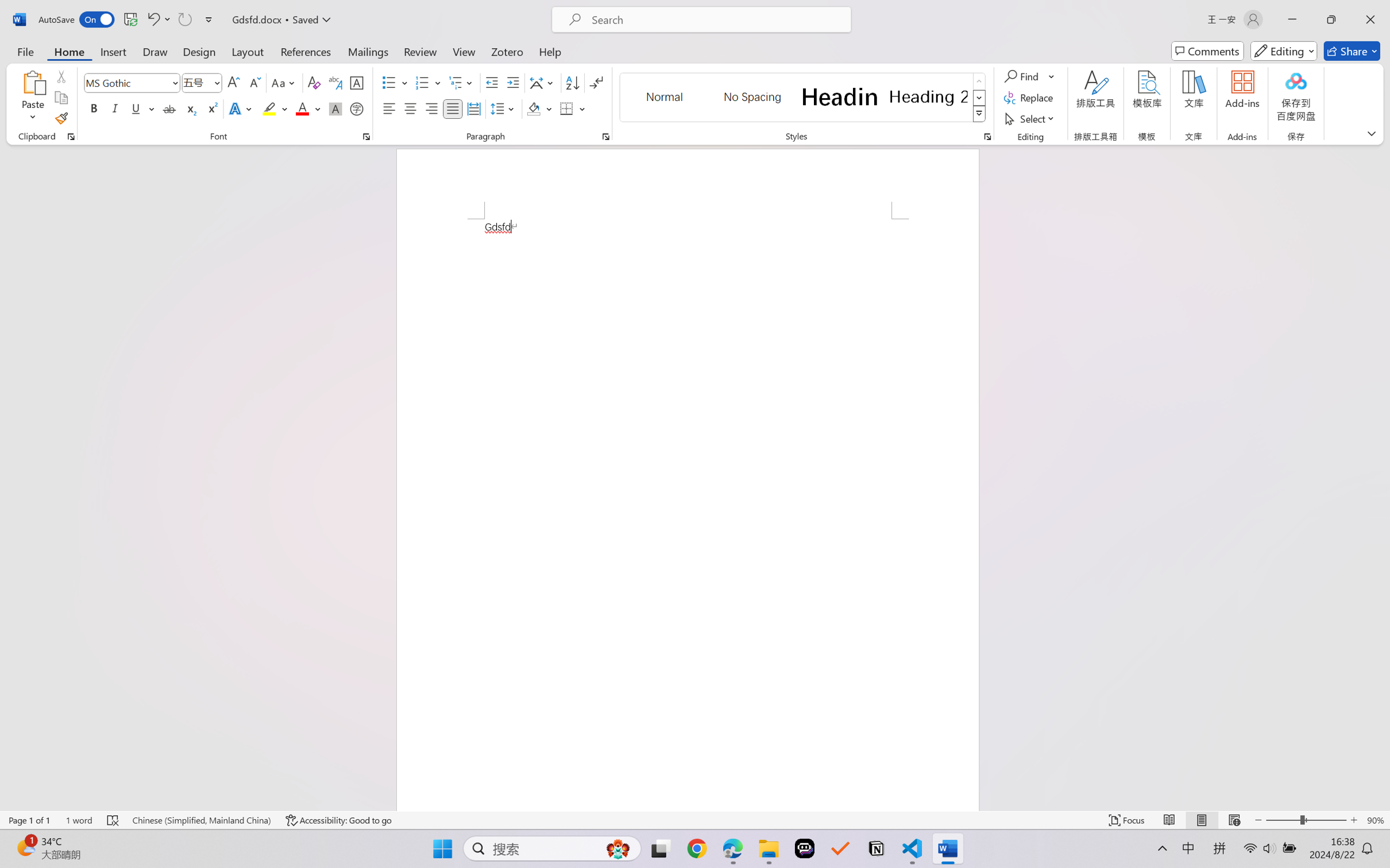 The height and width of the screenshot is (868, 1390). Describe the element at coordinates (533, 108) in the screenshot. I see `'Shading RGB(0, 0, 0)'` at that location.